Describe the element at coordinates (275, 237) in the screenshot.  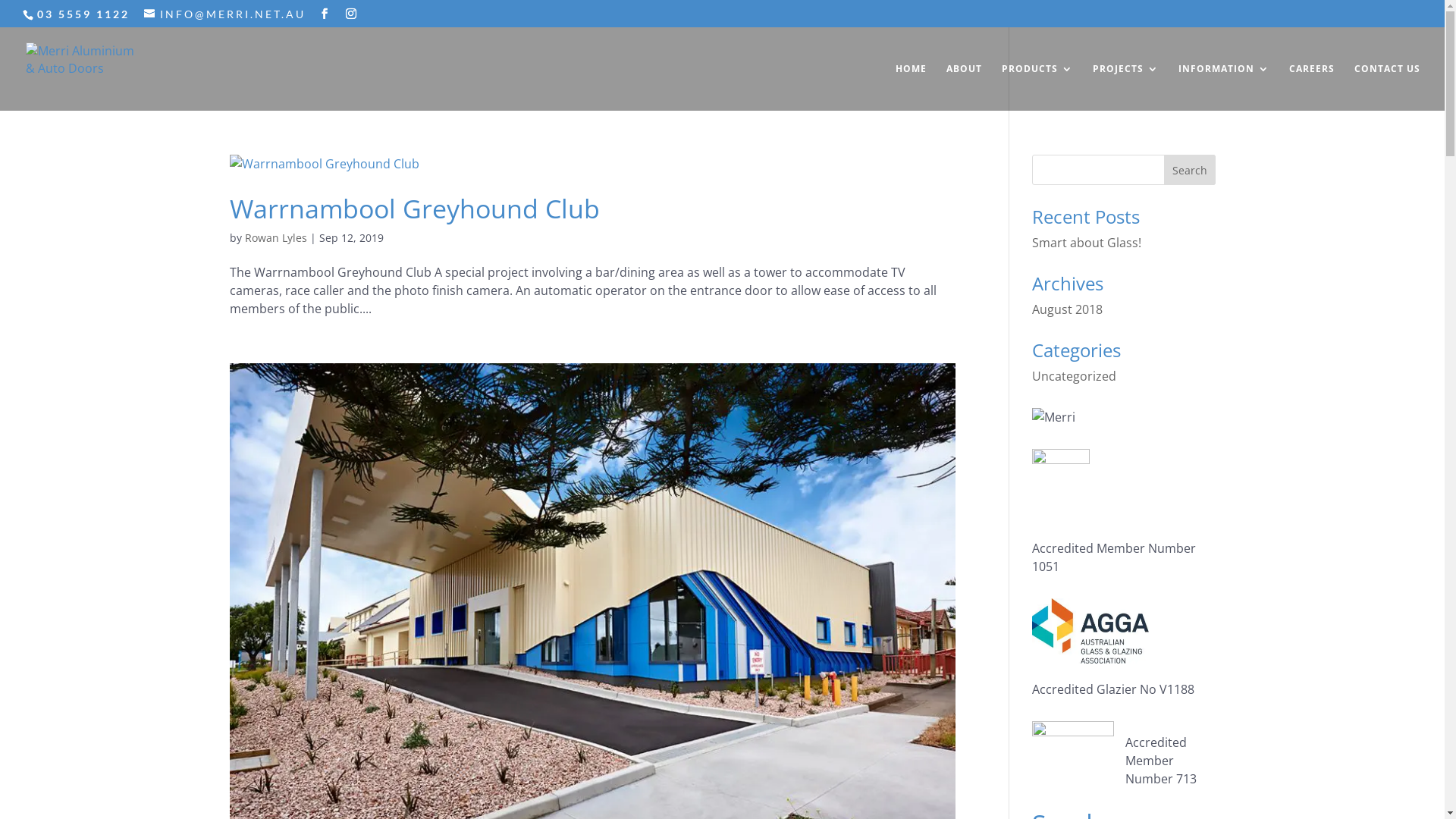
I see `'Rowan Lyles'` at that location.